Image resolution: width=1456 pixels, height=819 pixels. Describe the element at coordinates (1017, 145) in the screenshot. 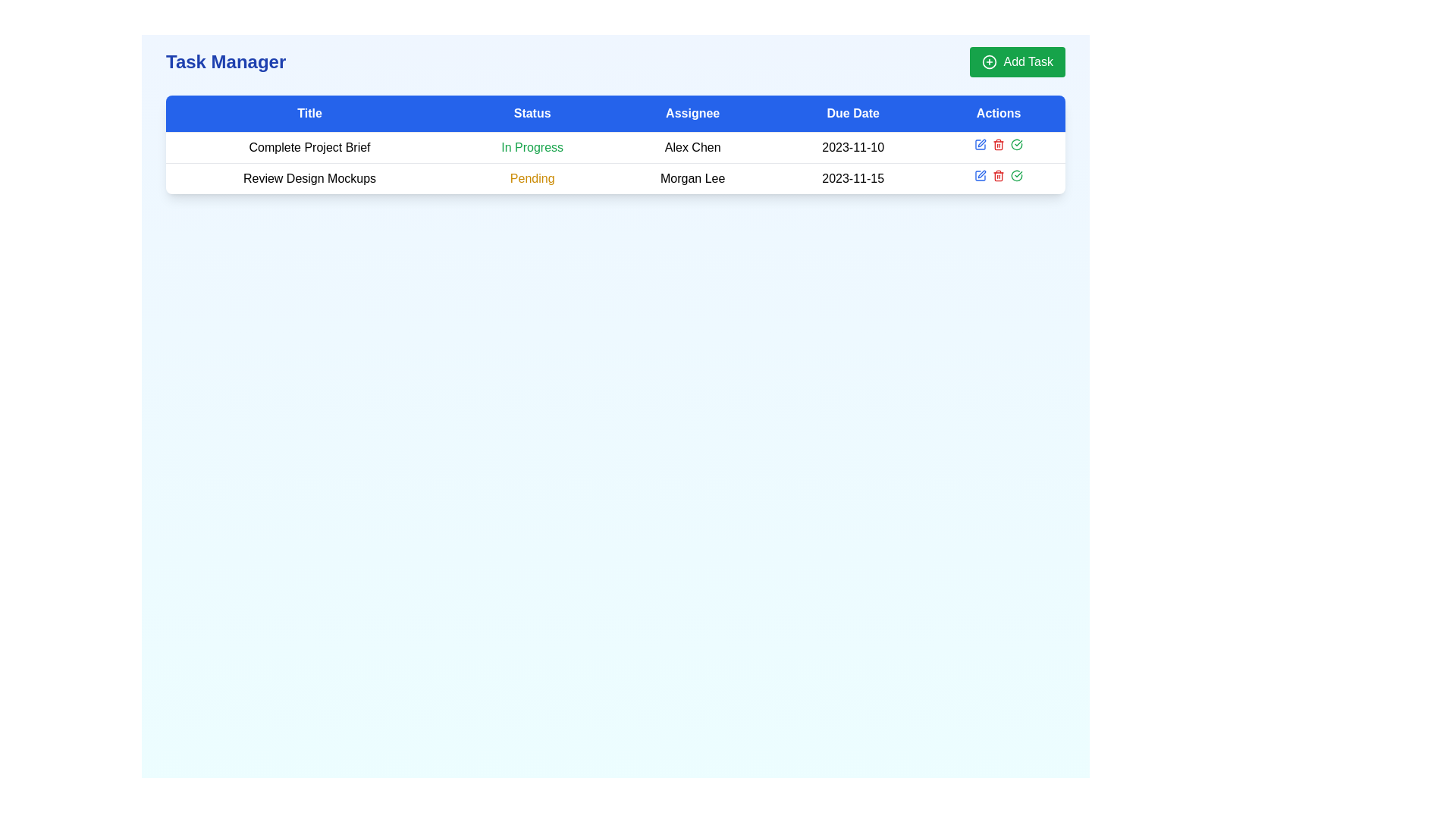

I see `the green check icon button in the 'Actions' column of the second row in the table` at that location.